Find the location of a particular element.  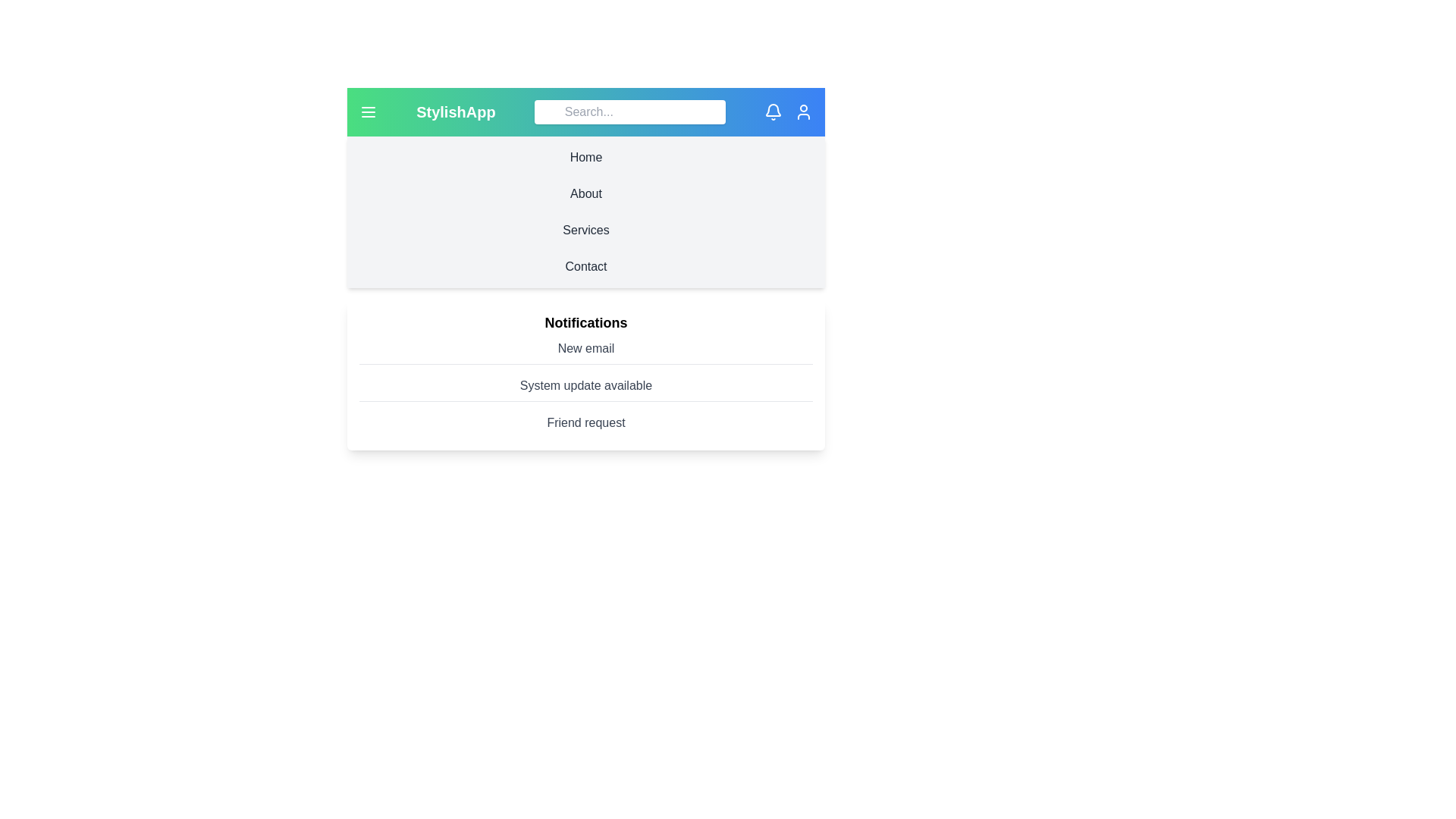

the navigation section Services is located at coordinates (585, 231).